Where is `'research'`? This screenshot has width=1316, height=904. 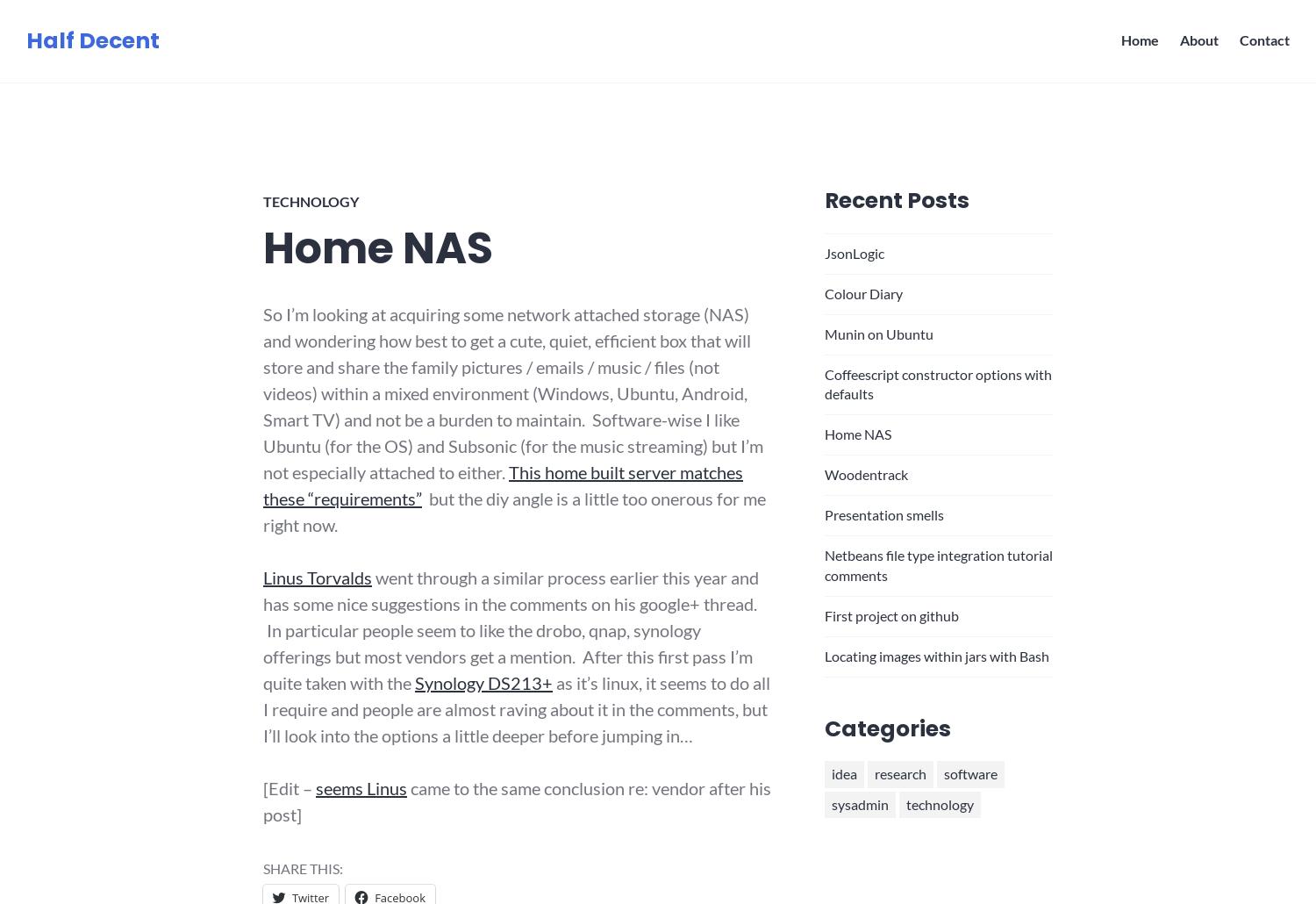
'research' is located at coordinates (899, 773).